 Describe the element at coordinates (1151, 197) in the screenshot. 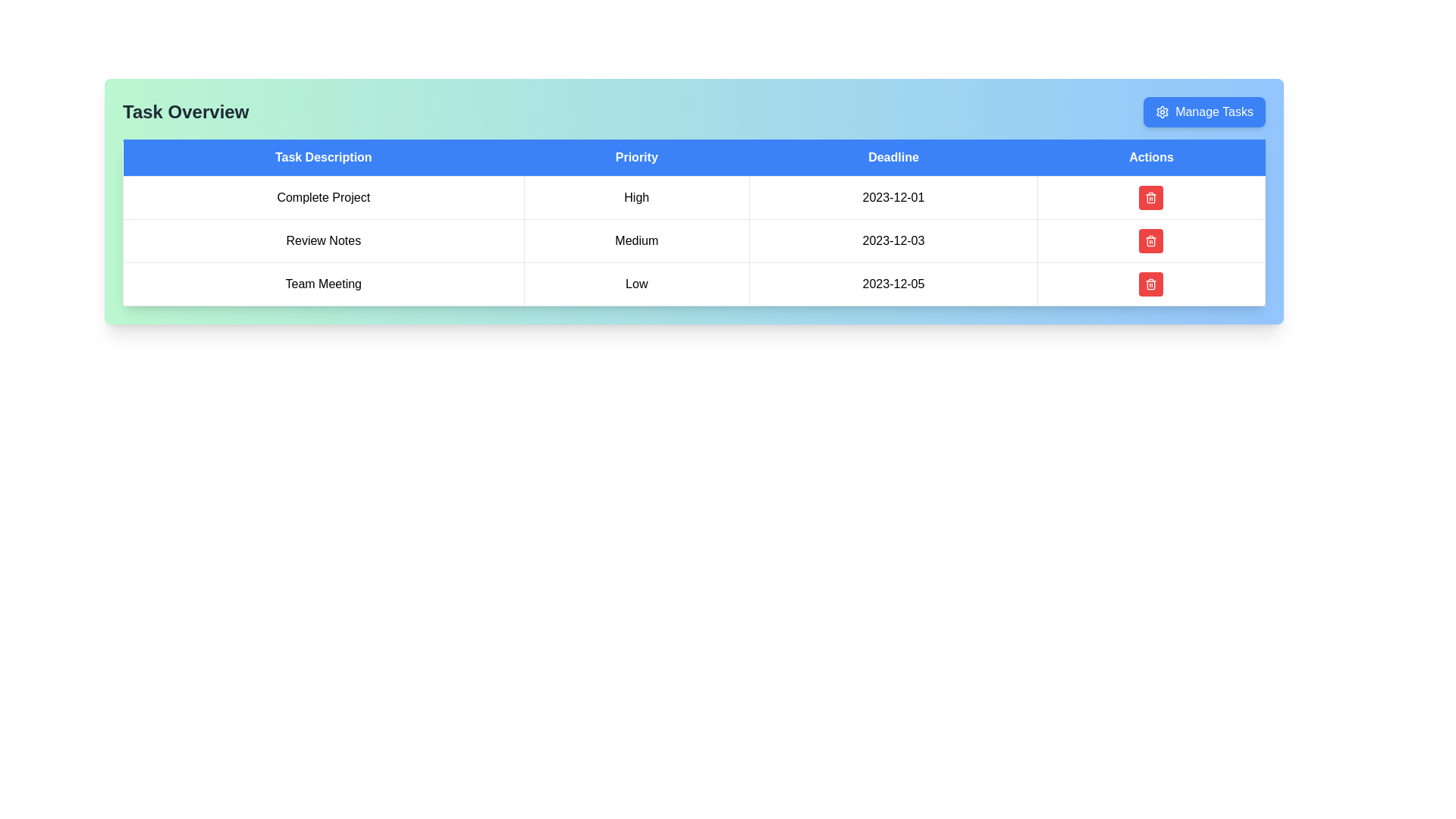

I see `the delete icon within the button located in the 'Actions' column of the table, specifically in the last cell of the first row` at that location.